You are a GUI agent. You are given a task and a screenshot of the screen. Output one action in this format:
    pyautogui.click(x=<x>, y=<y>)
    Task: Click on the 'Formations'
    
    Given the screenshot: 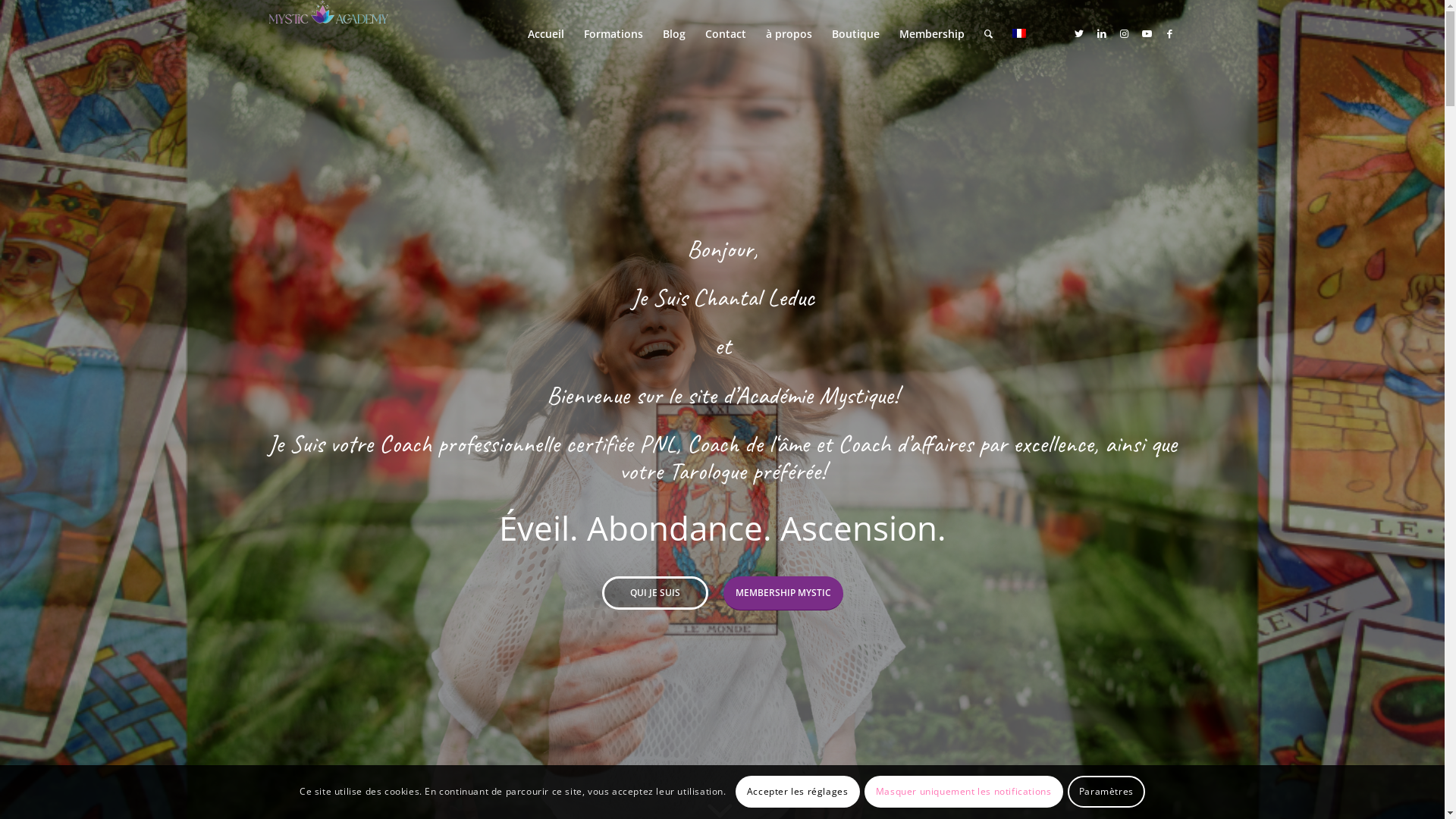 What is the action you would take?
    pyautogui.click(x=612, y=34)
    